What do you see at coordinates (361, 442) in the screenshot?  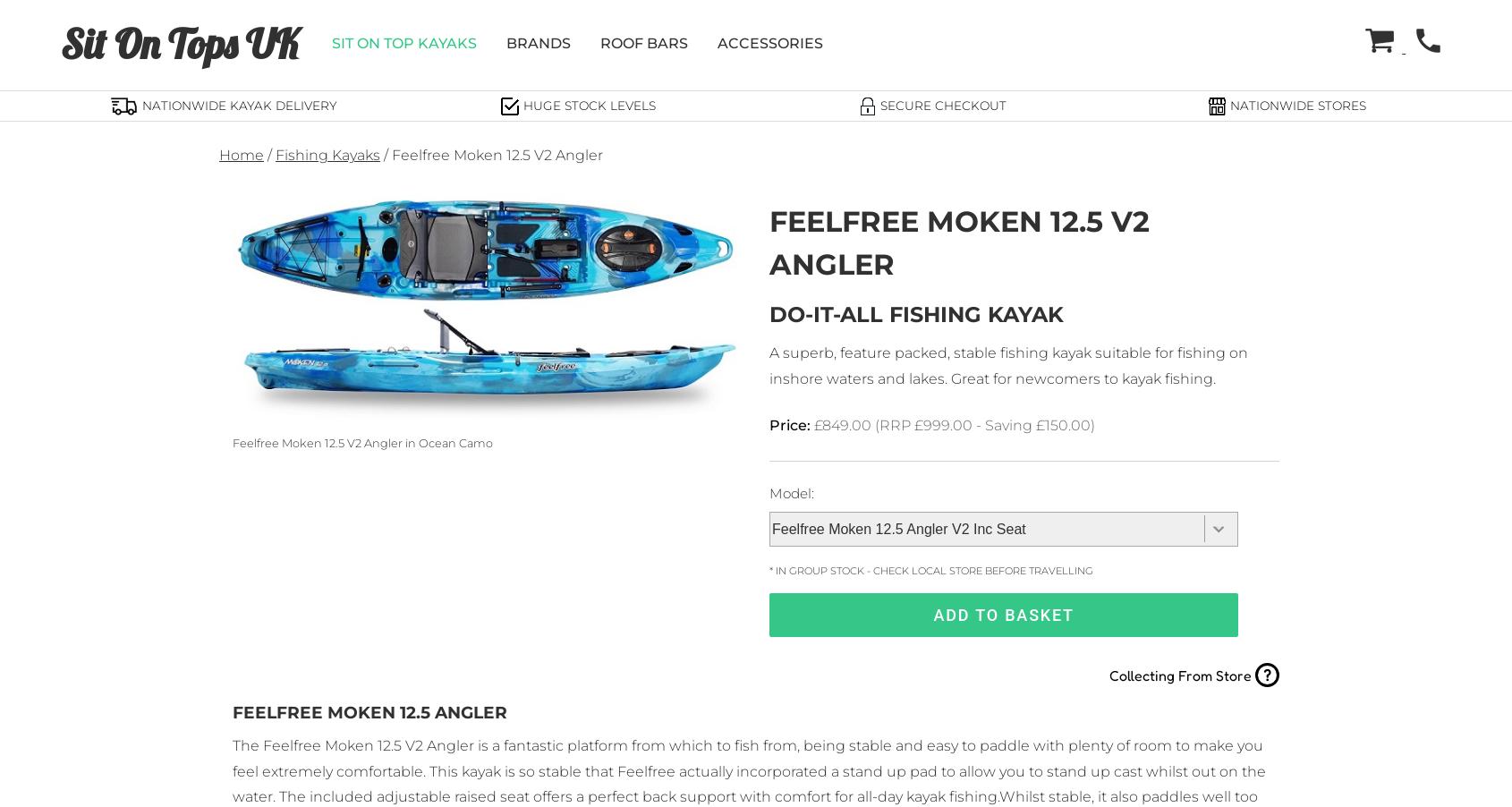 I see `'Feelfree Moken 12.5 V2 Angler in Ocean Camo'` at bounding box center [361, 442].